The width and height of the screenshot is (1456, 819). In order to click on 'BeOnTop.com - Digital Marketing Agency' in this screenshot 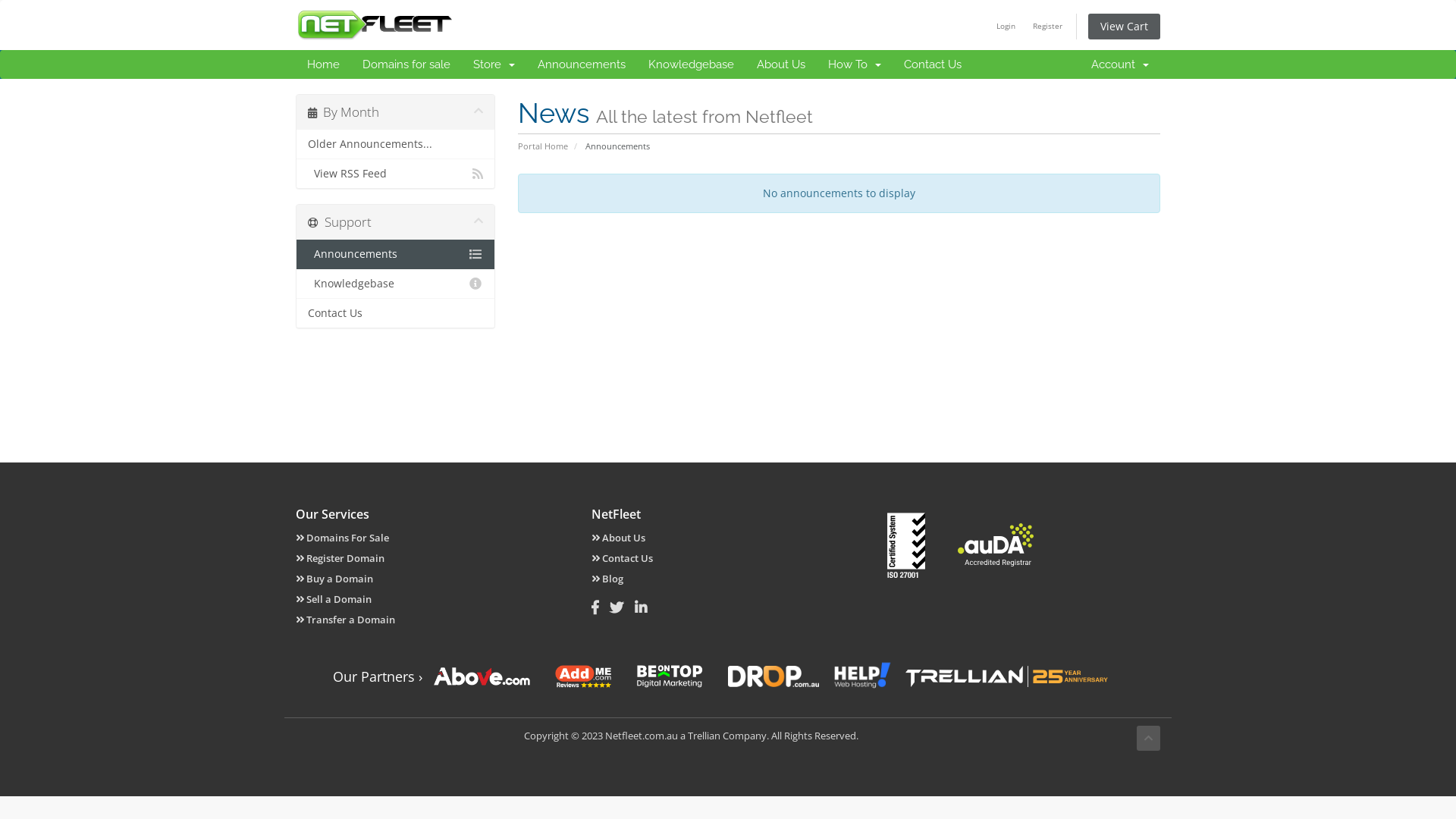, I will do `click(669, 675)`.